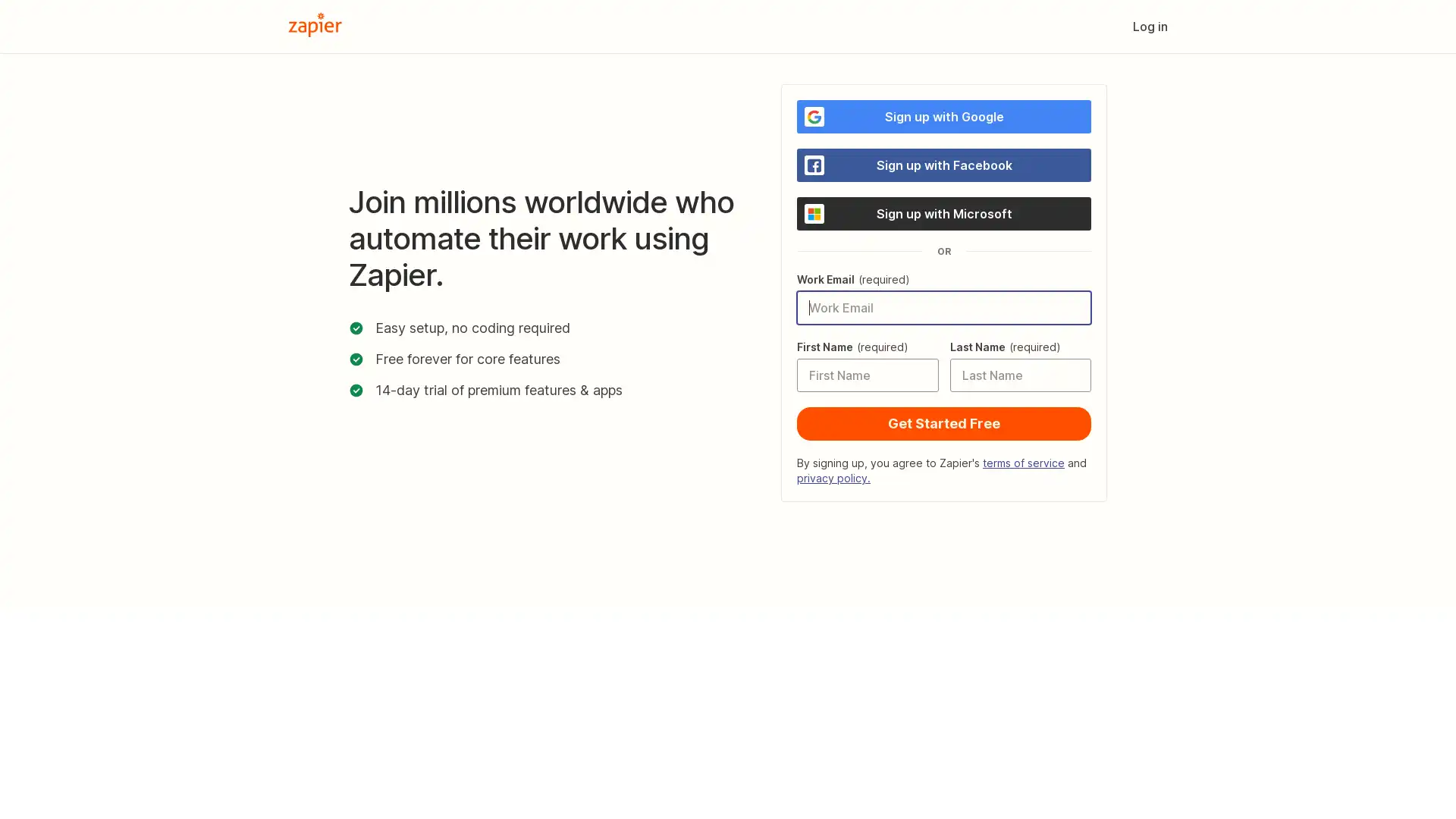 The height and width of the screenshot is (819, 1456). I want to click on Microsoft Logo Sign up with Microsoft, so click(943, 213).